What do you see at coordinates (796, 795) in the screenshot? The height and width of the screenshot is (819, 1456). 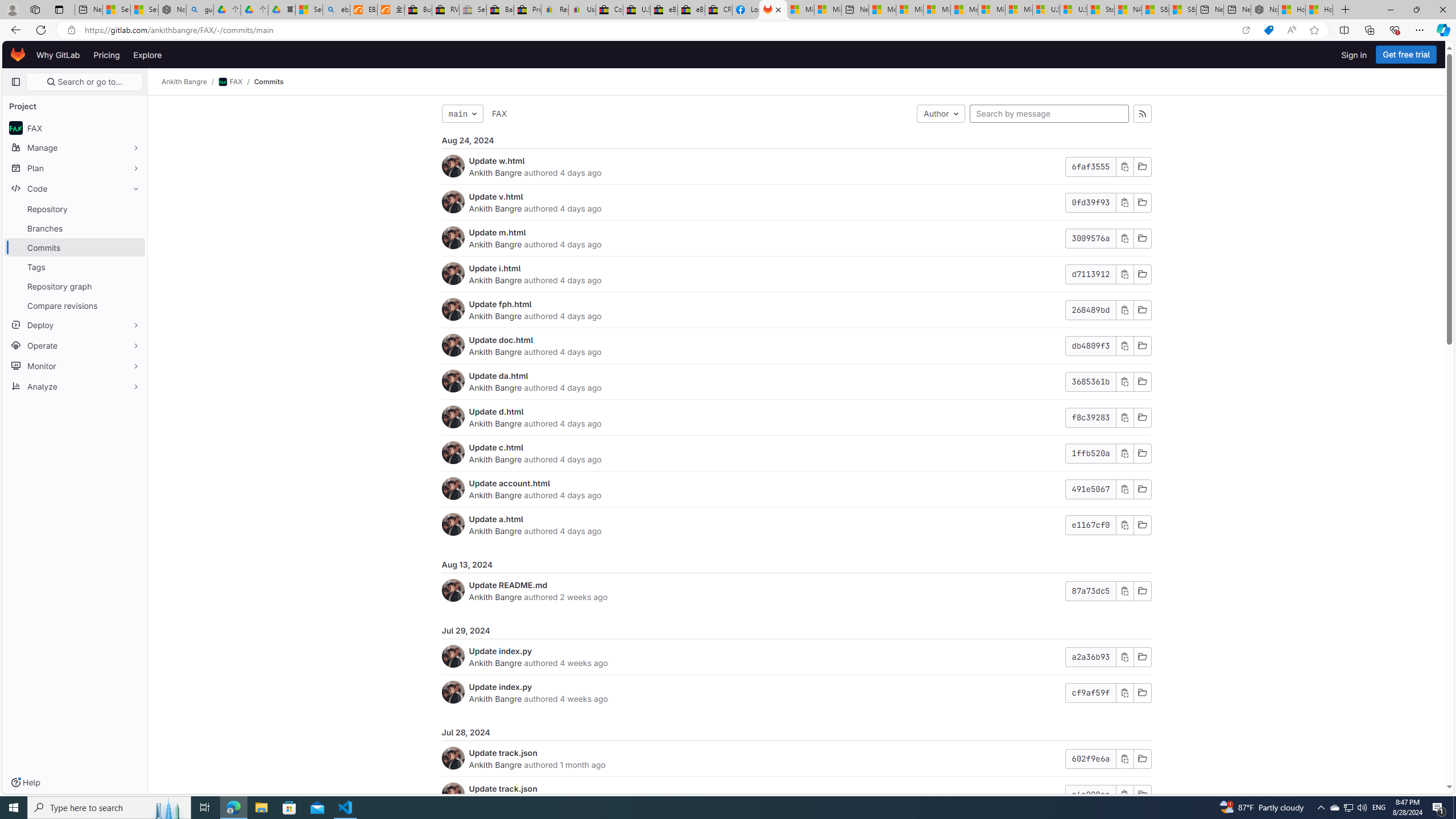 I see `'Update track.jsonAnkith Bangre authored 1 month agoc6a008ac'` at bounding box center [796, 795].